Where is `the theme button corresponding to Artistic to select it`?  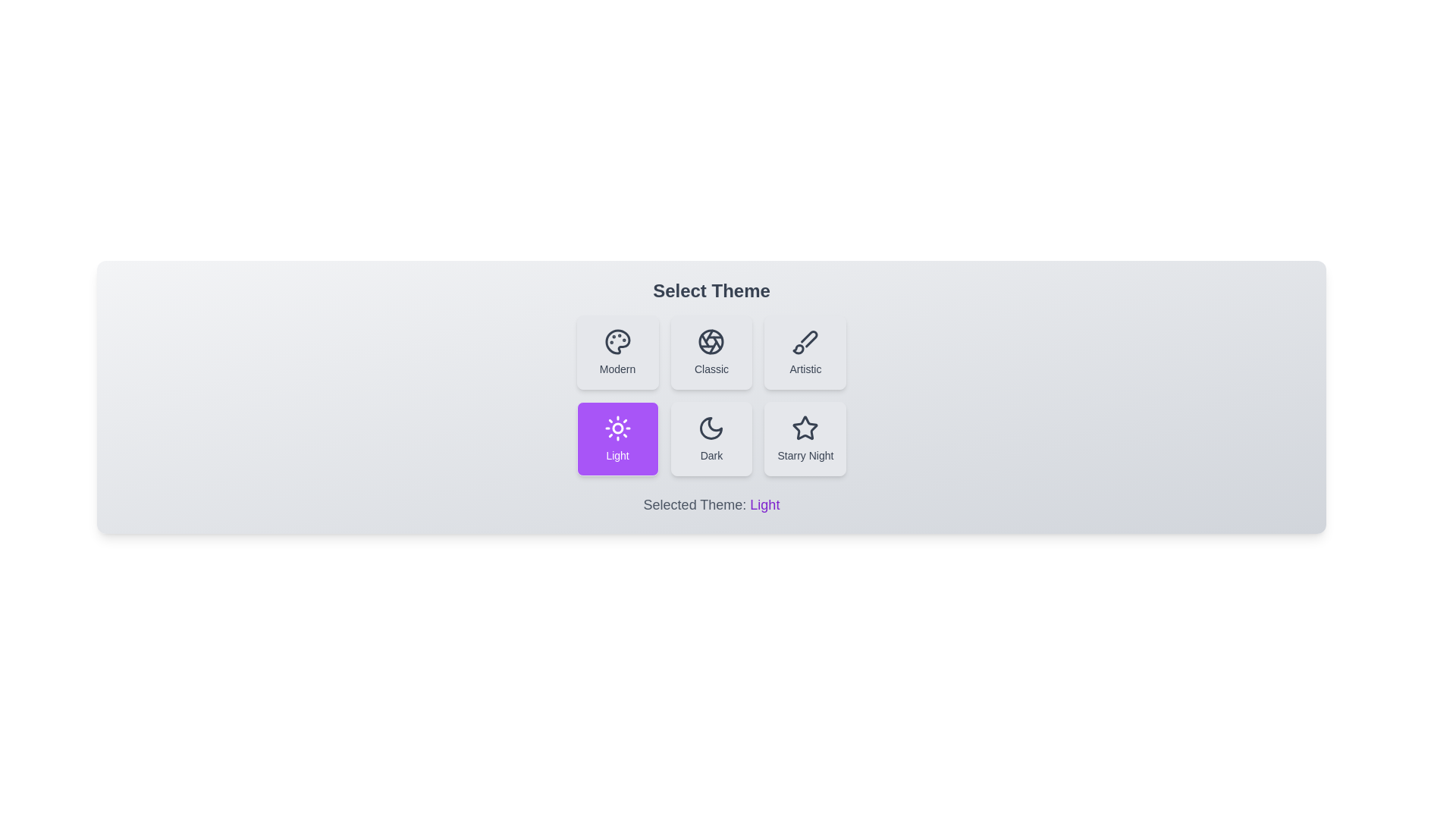 the theme button corresponding to Artistic to select it is located at coordinates (805, 353).